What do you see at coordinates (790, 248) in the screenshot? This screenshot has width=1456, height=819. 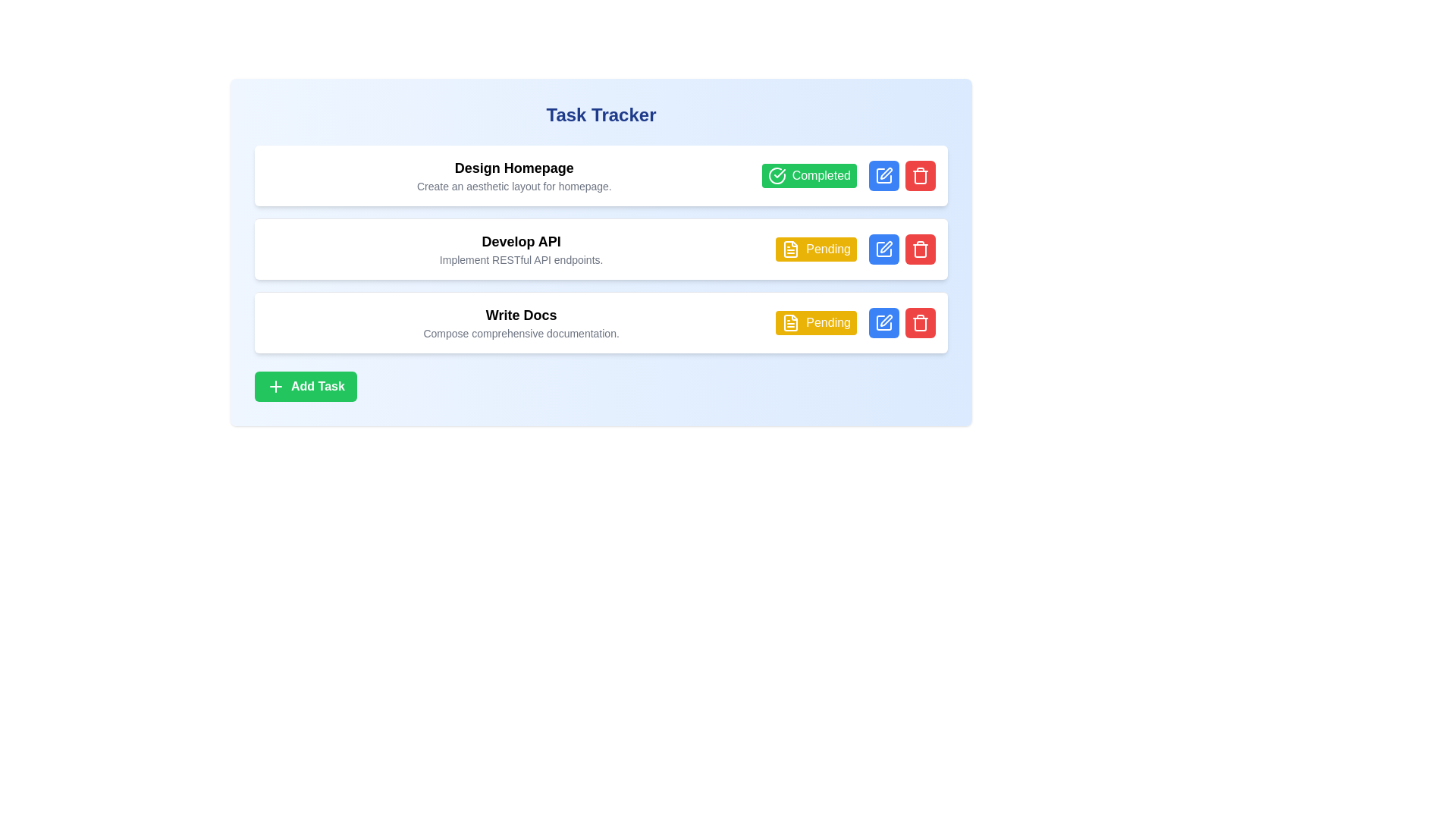 I see `the document icon, which resembles a document with horizontal lines, located to the left of the 'Pending' label in the 'Develop API' task` at bounding box center [790, 248].